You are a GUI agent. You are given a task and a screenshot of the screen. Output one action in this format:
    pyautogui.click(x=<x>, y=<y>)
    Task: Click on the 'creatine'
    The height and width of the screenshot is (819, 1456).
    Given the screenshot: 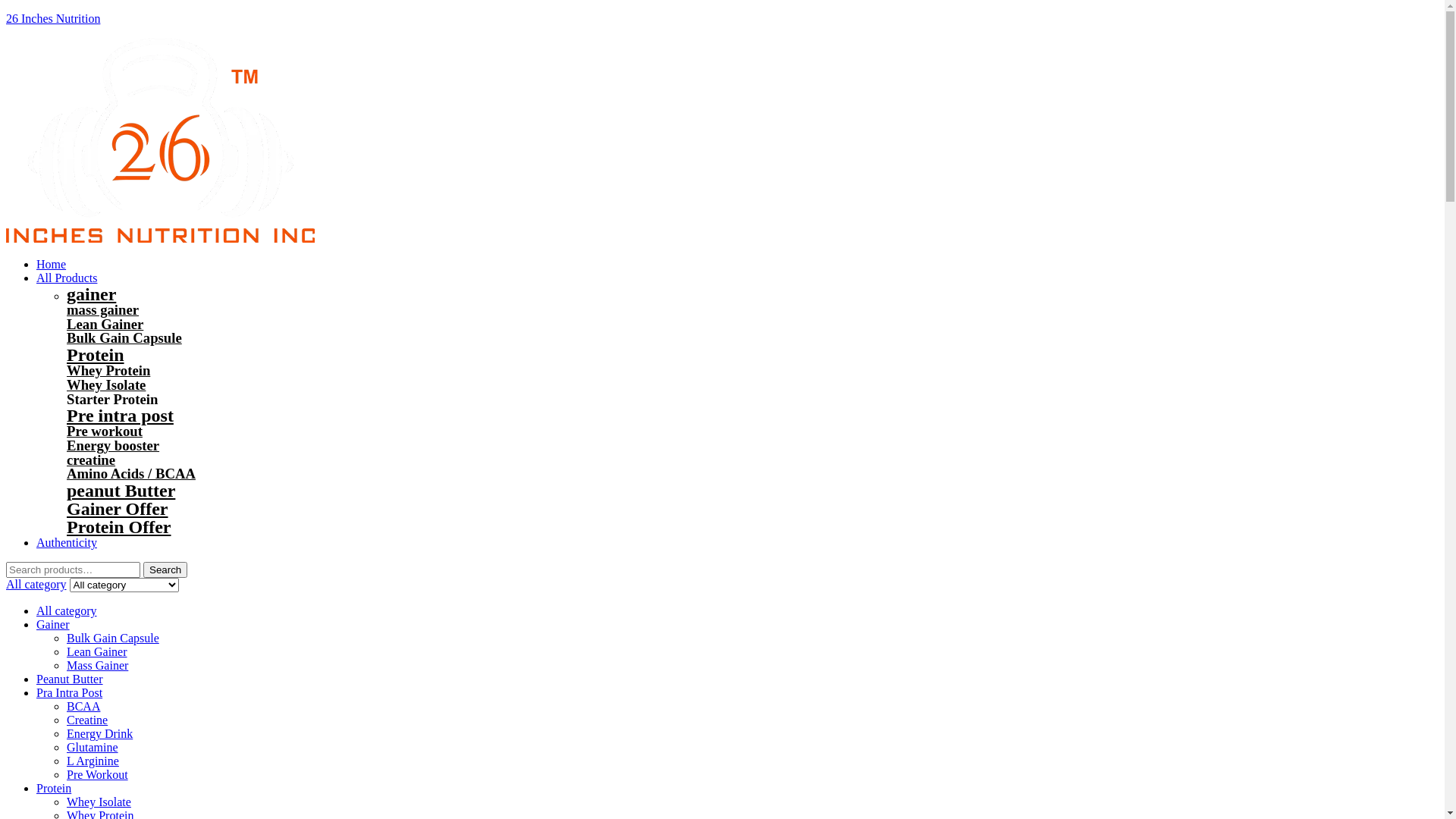 What is the action you would take?
    pyautogui.click(x=90, y=459)
    